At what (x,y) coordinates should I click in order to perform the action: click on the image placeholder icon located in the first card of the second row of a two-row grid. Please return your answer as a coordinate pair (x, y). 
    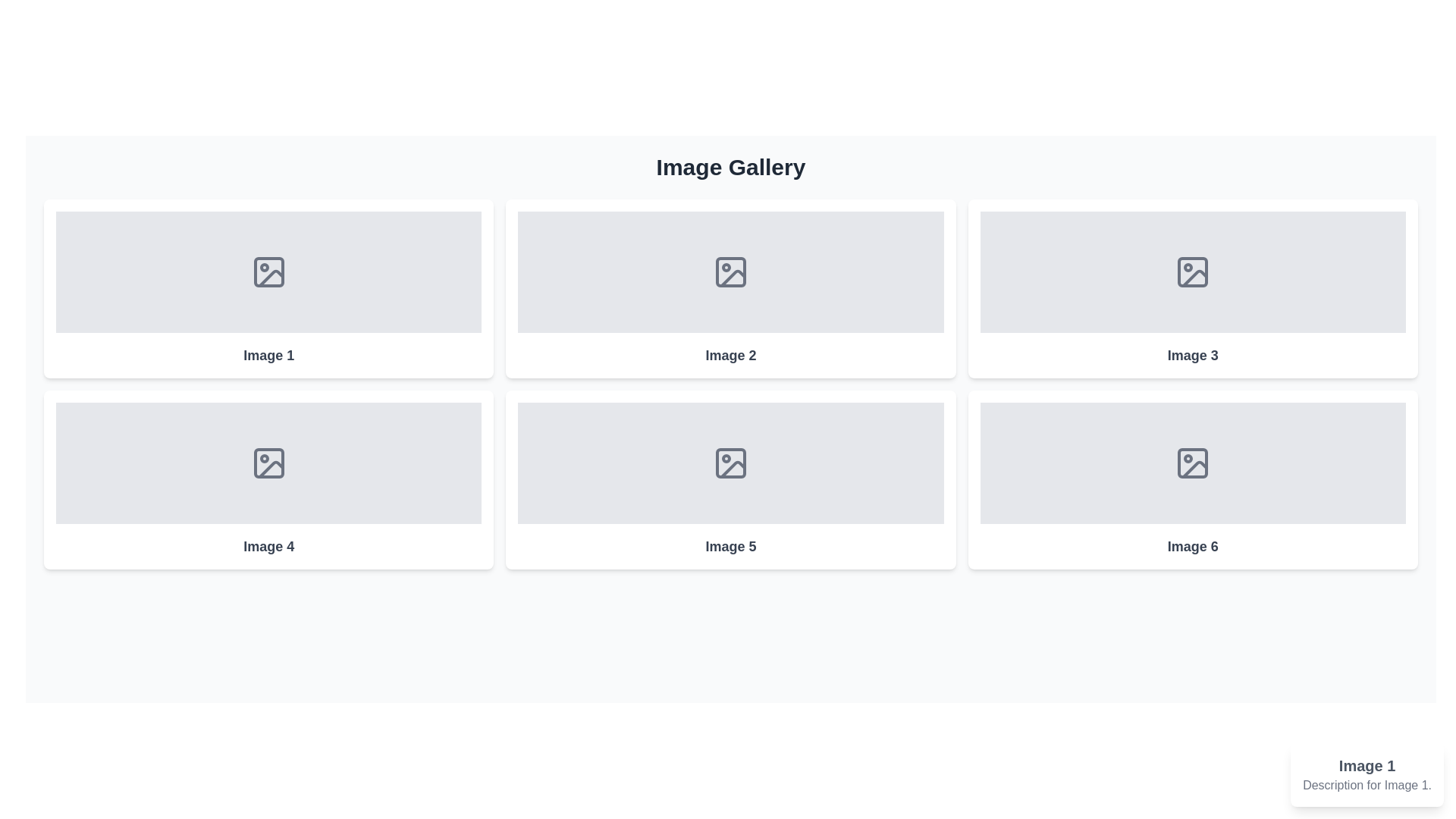
    Looking at the image, I should click on (268, 462).